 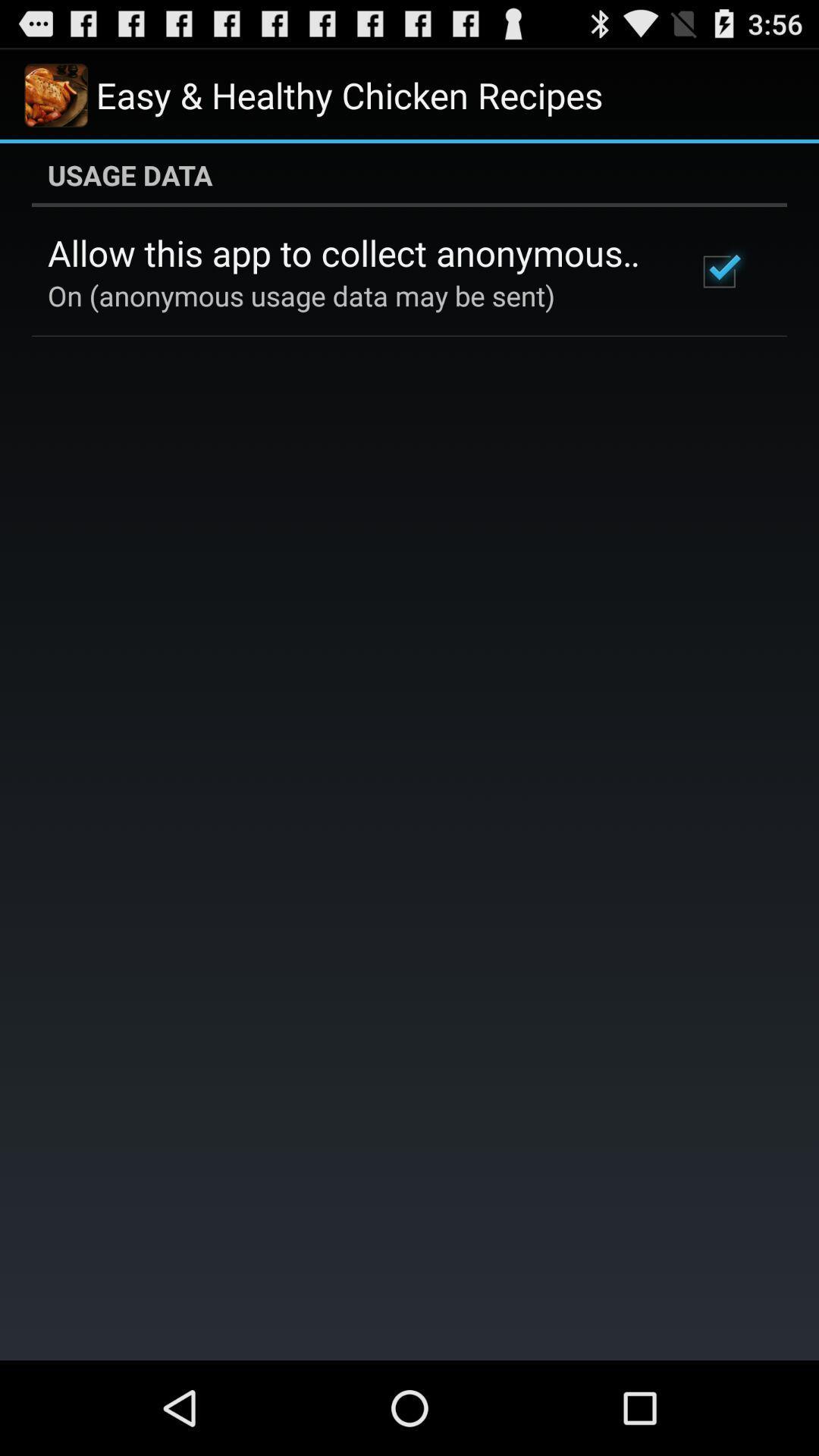 What do you see at coordinates (718, 271) in the screenshot?
I see `the checkbox at the top right corner` at bounding box center [718, 271].